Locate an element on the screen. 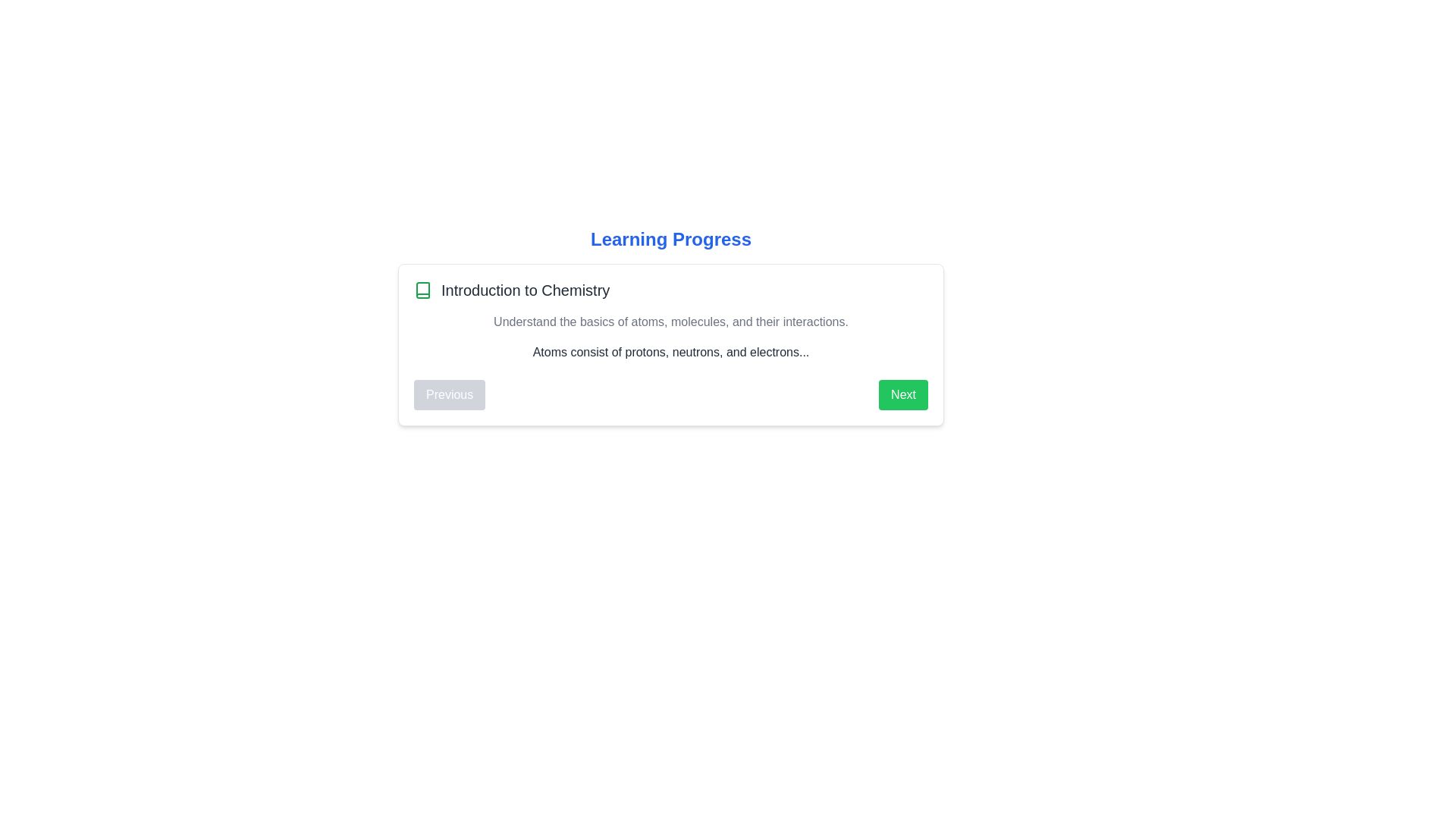 This screenshot has width=1456, height=819. the bright green 'Next' button with rounded corners is located at coordinates (903, 394).